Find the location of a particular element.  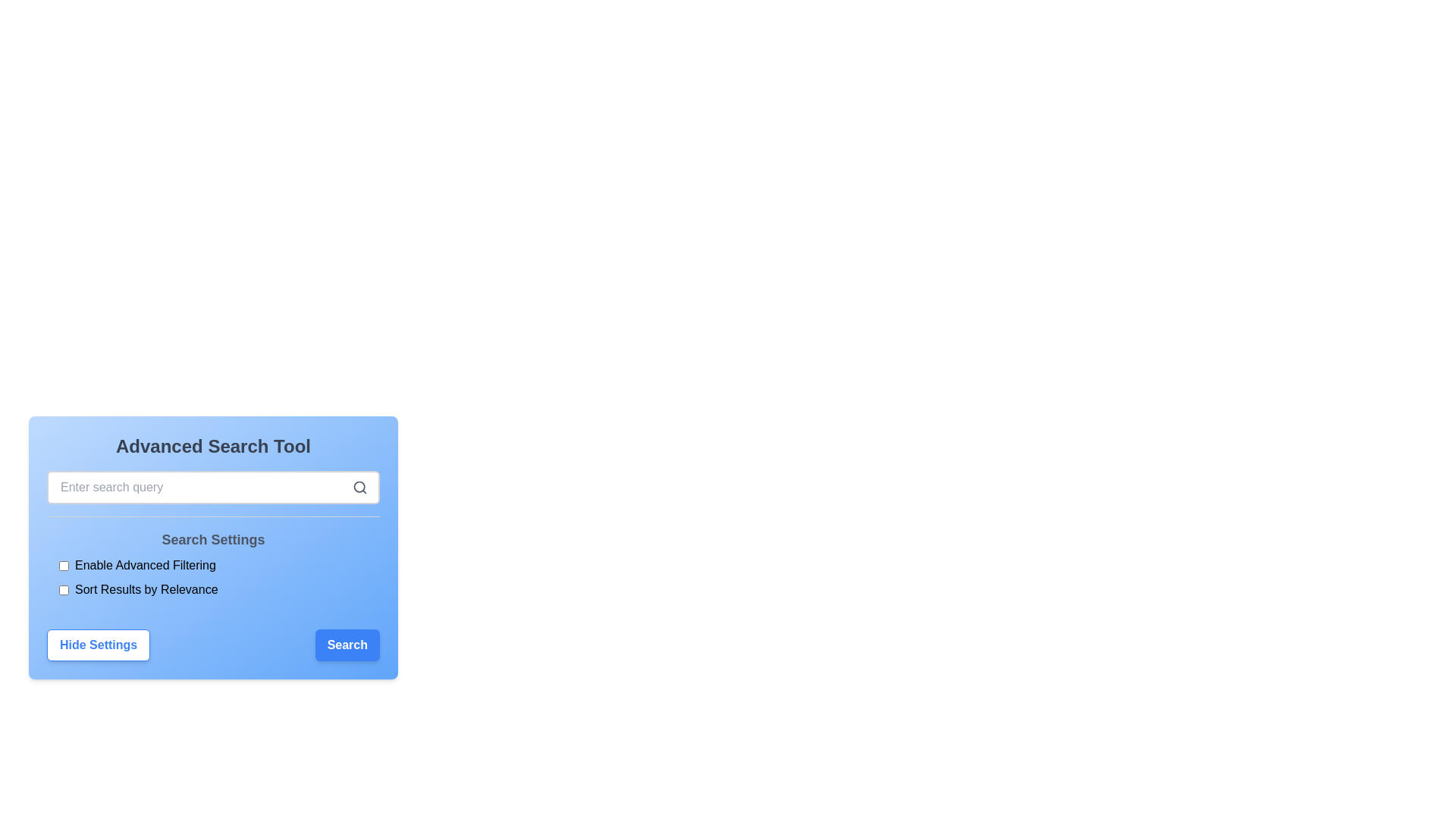

the blue rectangular button labeled 'Search' with white bold text to initiate the search action is located at coordinates (347, 645).